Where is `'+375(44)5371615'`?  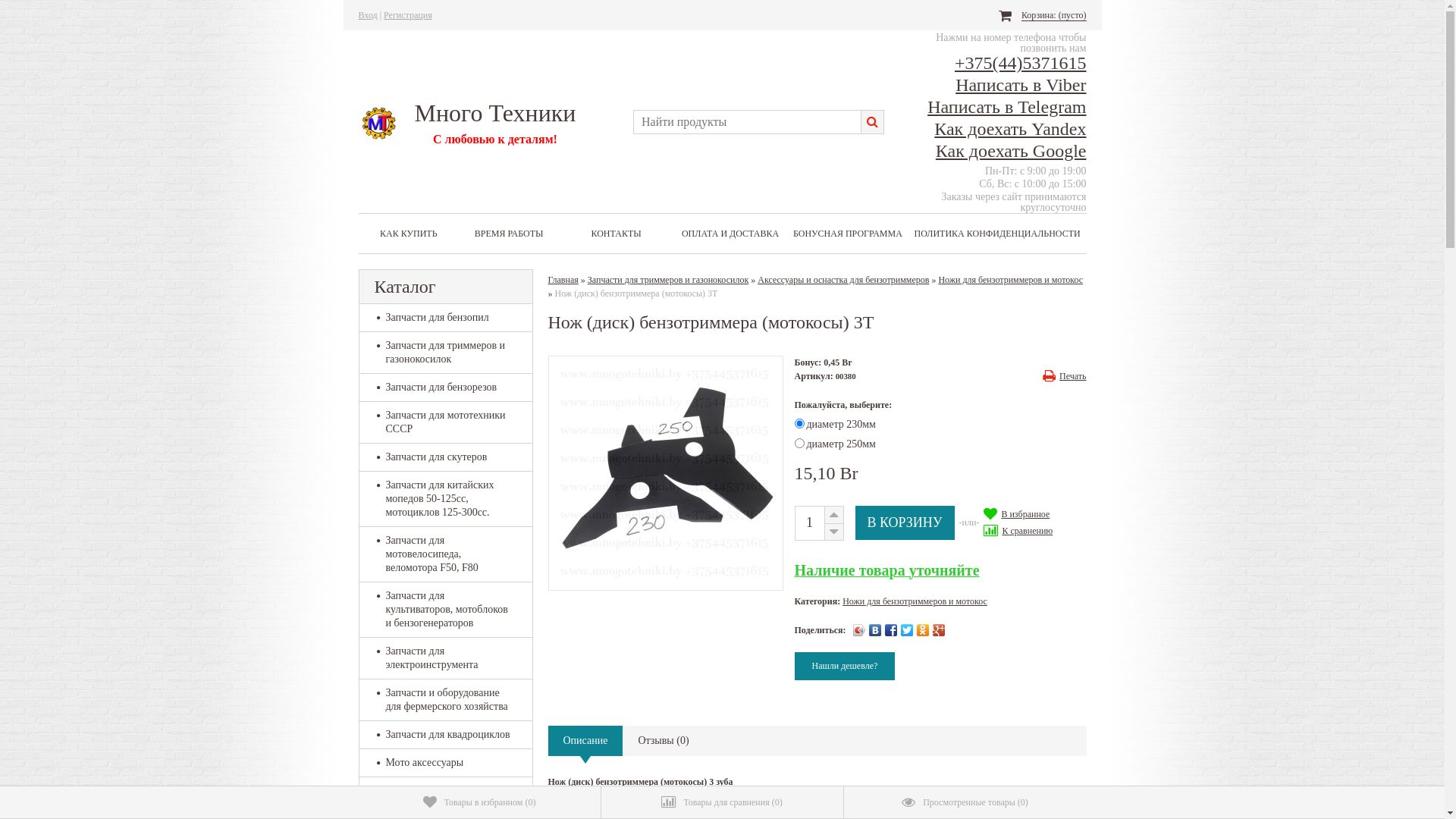 '+375(44)5371615' is located at coordinates (1020, 62).